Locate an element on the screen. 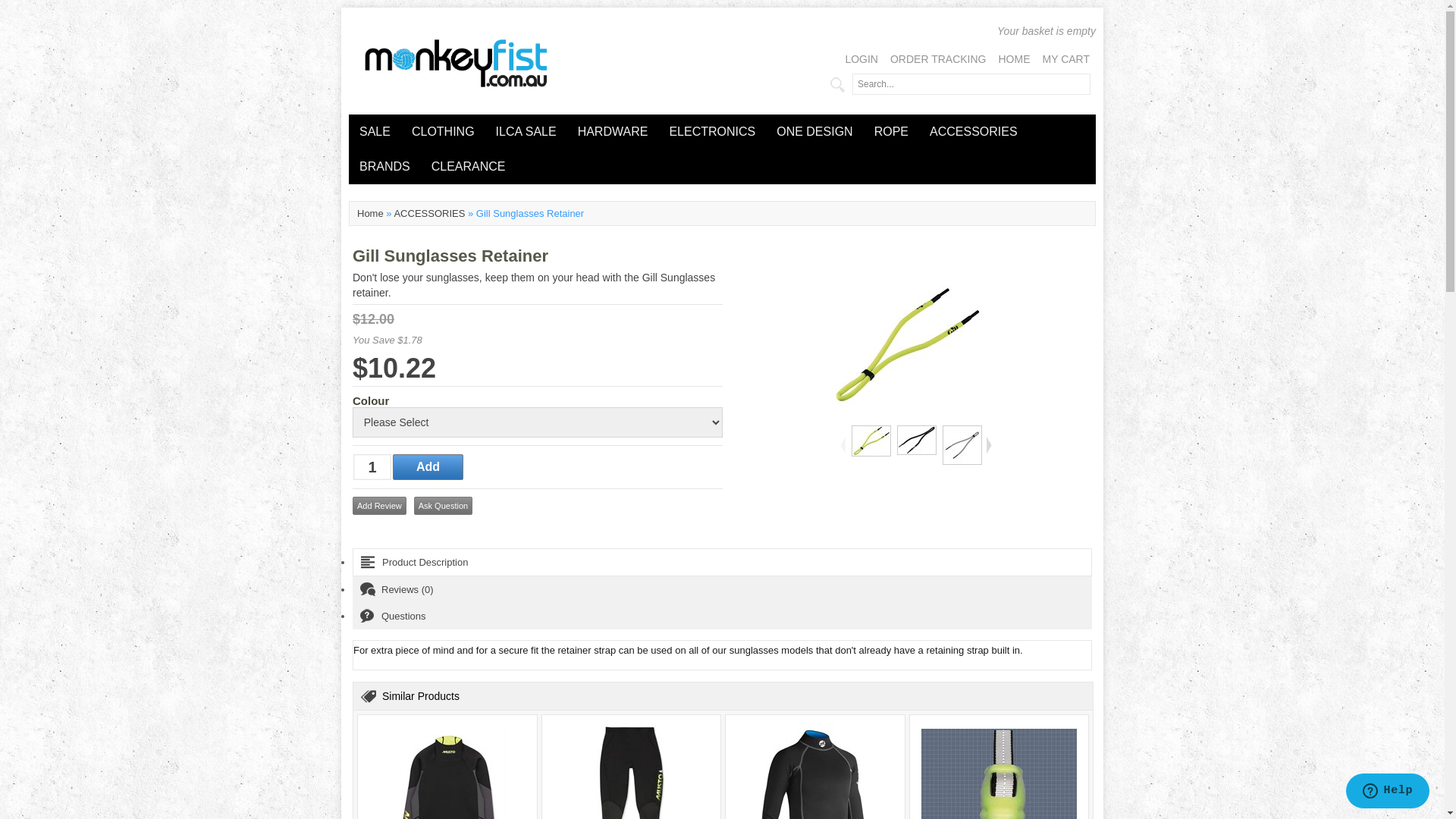 Image resolution: width=1456 pixels, height=819 pixels. 'ROPE' is located at coordinates (891, 130).